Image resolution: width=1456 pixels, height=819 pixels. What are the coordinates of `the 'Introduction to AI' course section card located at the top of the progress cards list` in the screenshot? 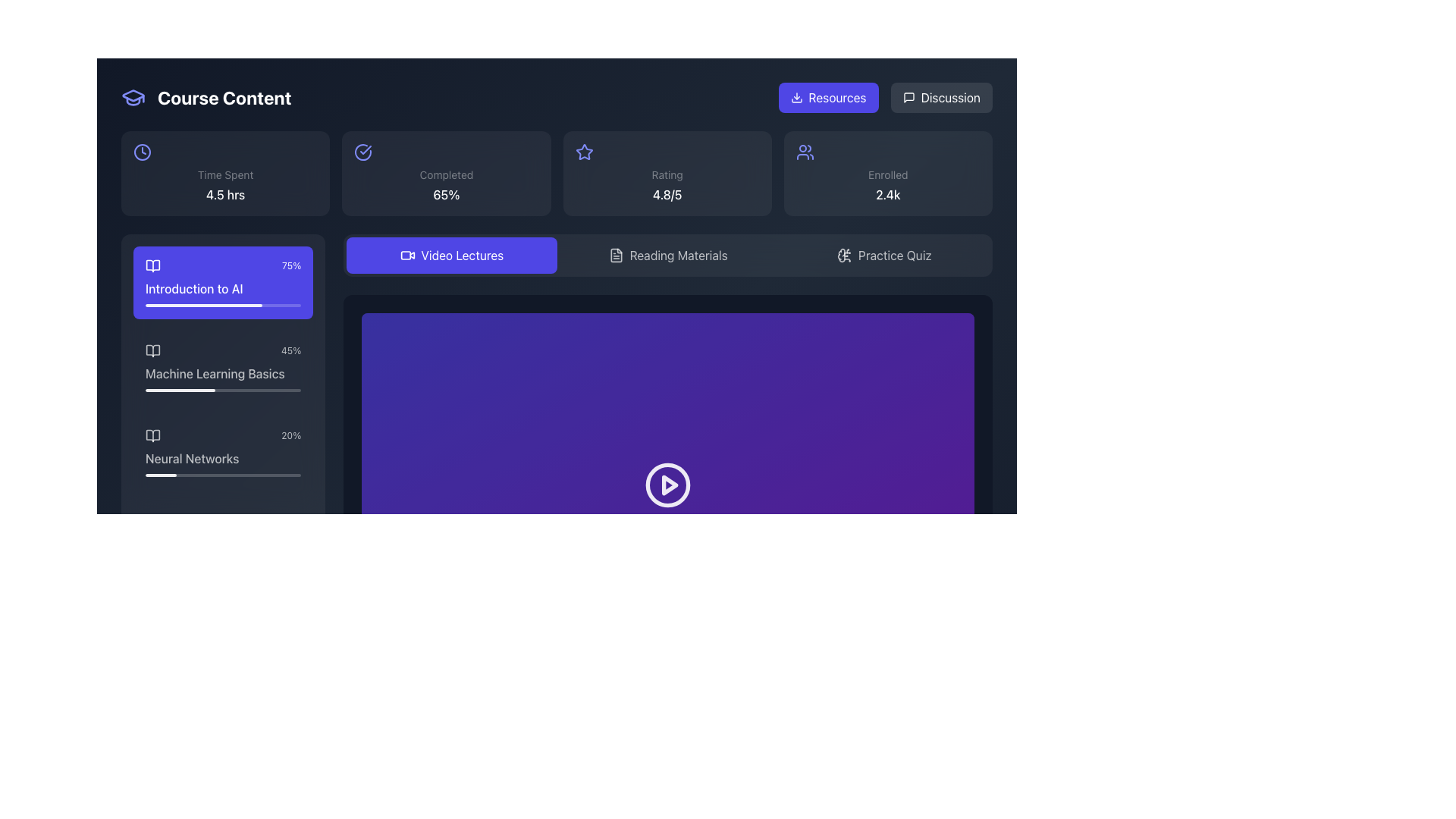 It's located at (222, 283).